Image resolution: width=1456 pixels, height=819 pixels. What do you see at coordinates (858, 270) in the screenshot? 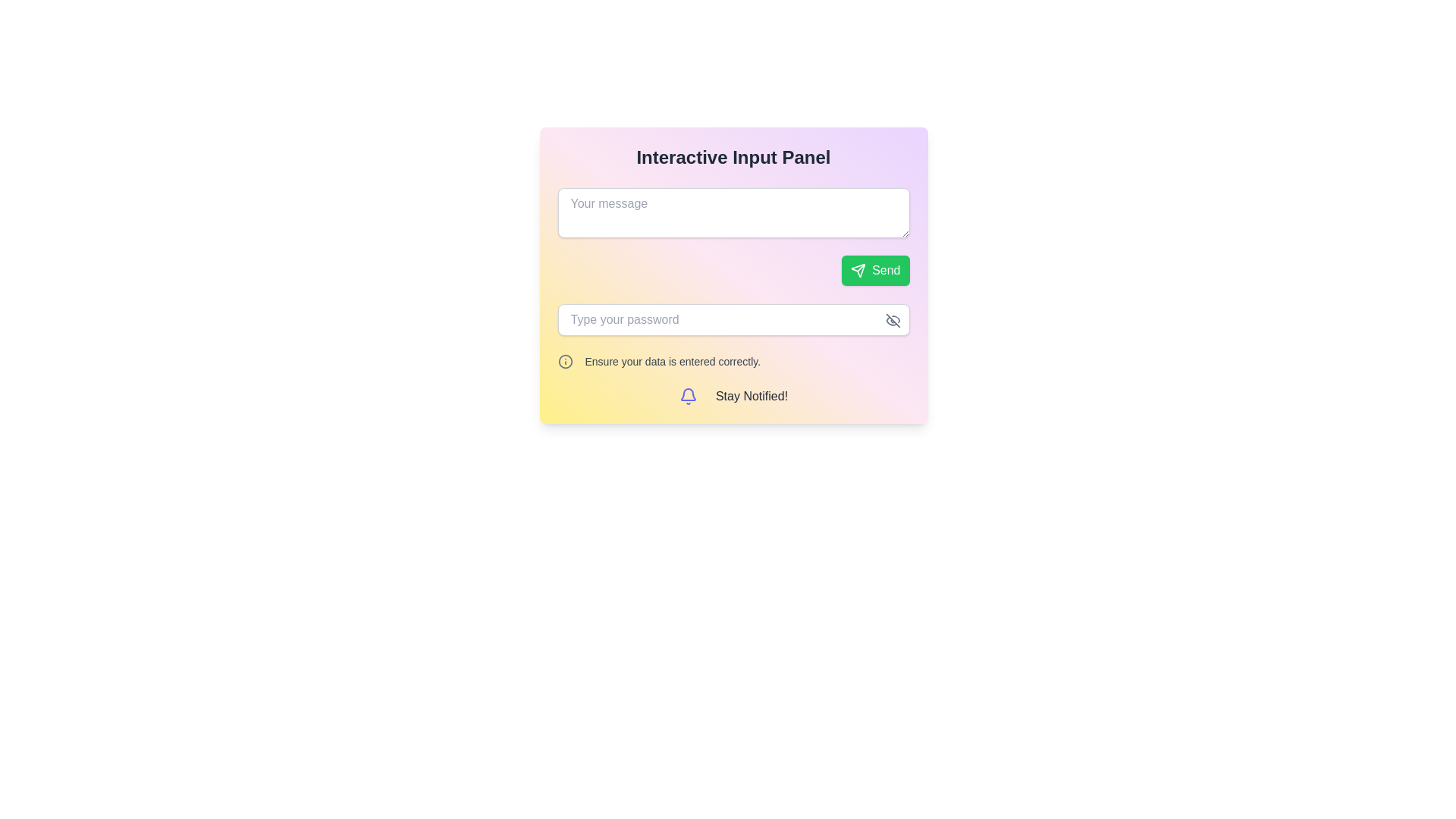
I see `the triangular-shaped send icon within the green 'Send' button` at bounding box center [858, 270].